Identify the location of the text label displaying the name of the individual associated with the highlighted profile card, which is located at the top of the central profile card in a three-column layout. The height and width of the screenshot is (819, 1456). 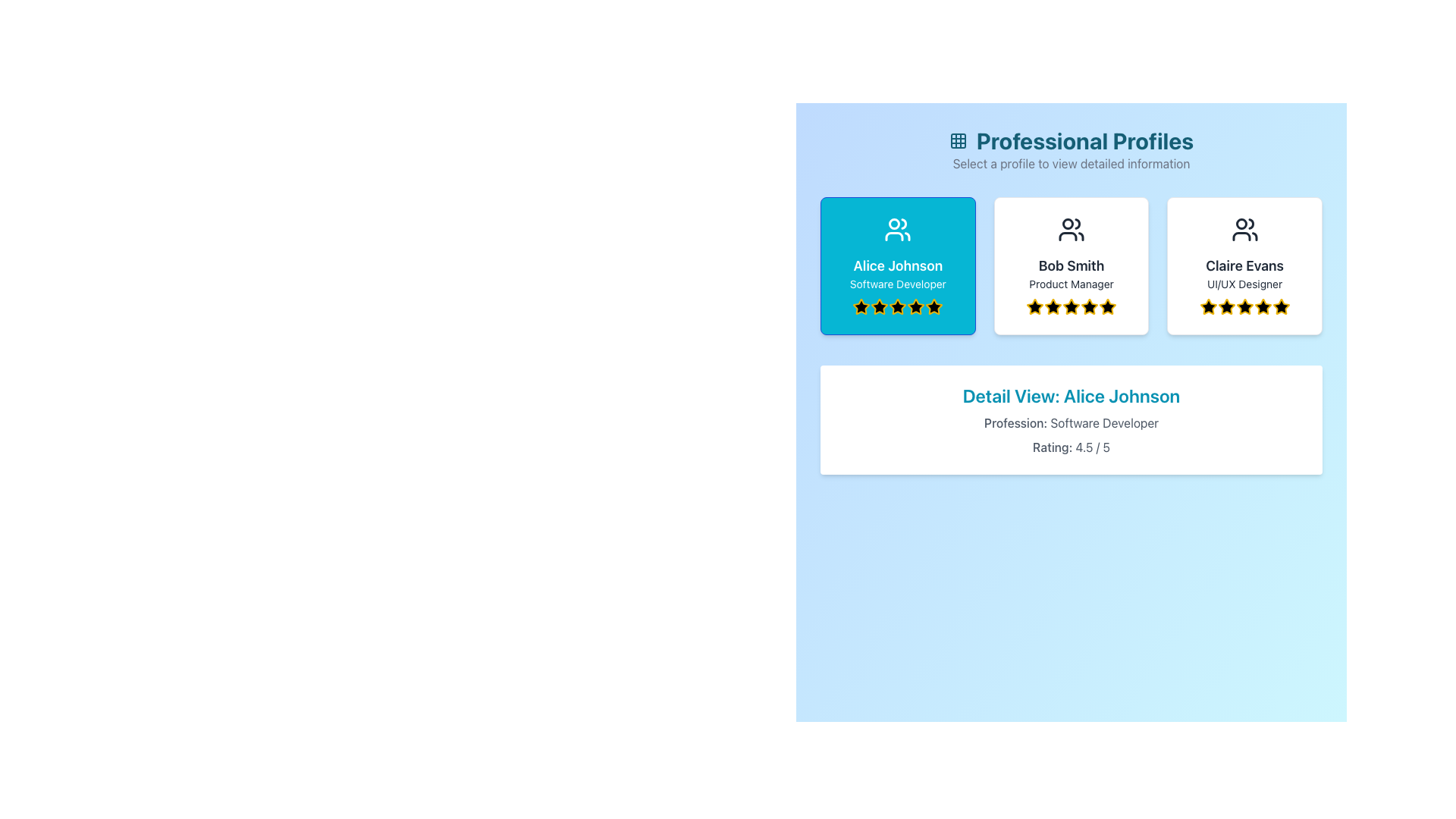
(1070, 265).